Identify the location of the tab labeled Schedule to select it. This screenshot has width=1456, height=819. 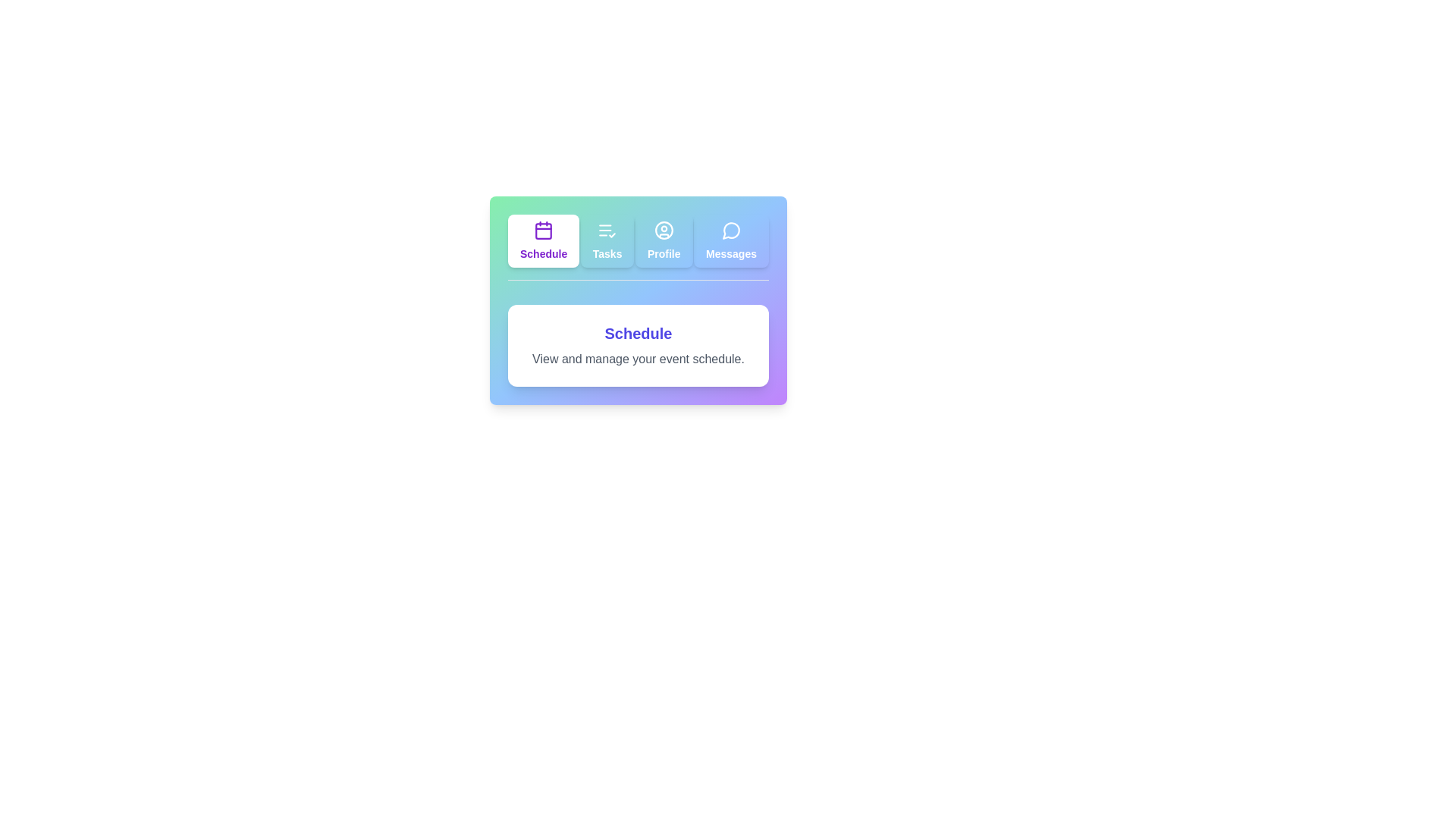
(544, 240).